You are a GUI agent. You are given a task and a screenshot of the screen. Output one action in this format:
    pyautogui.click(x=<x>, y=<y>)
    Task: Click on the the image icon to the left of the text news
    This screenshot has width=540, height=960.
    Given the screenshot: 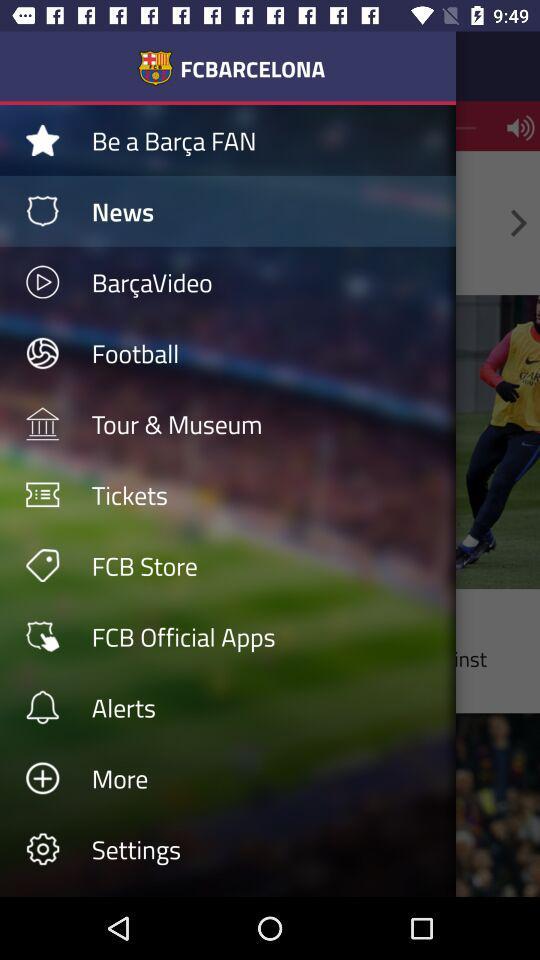 What is the action you would take?
    pyautogui.click(x=42, y=211)
    